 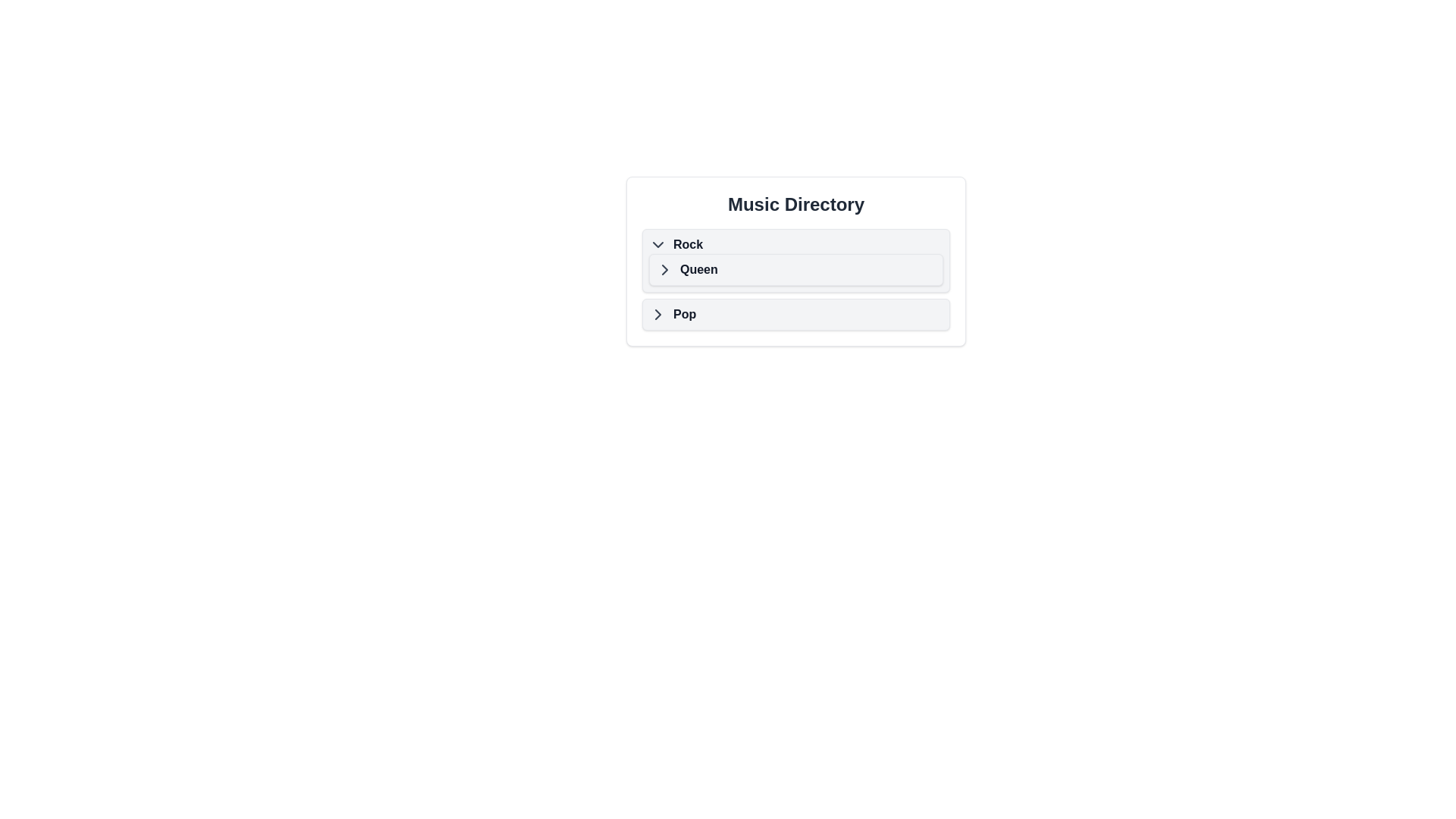 What do you see at coordinates (658, 244) in the screenshot?
I see `the downward chevron icon located to the left of the text 'Rock' in the hierarchical directory interface to provide a visual cue for interaction` at bounding box center [658, 244].